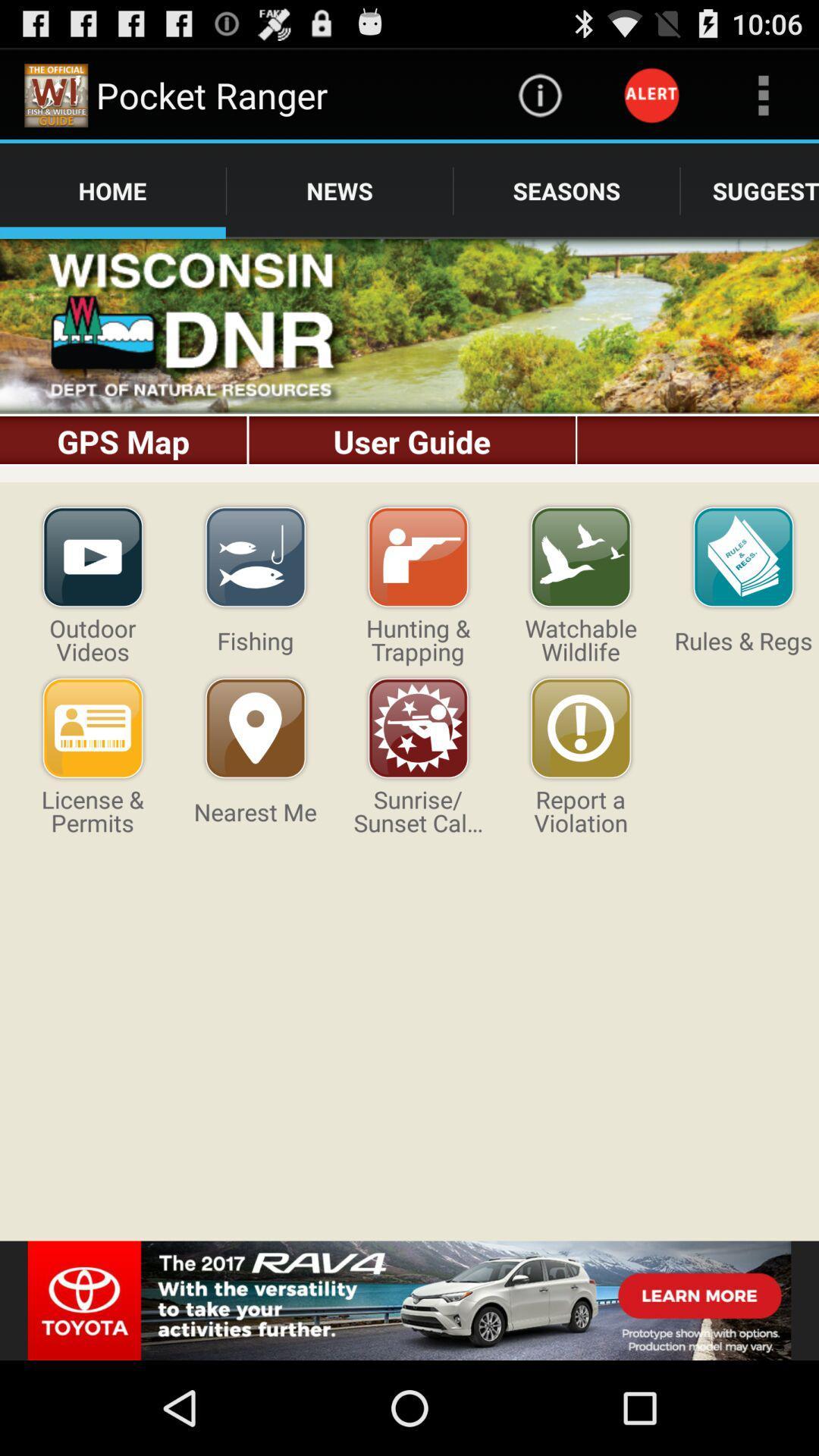 The height and width of the screenshot is (1456, 819). Describe the element at coordinates (409, 359) in the screenshot. I see `bring up the gps map` at that location.